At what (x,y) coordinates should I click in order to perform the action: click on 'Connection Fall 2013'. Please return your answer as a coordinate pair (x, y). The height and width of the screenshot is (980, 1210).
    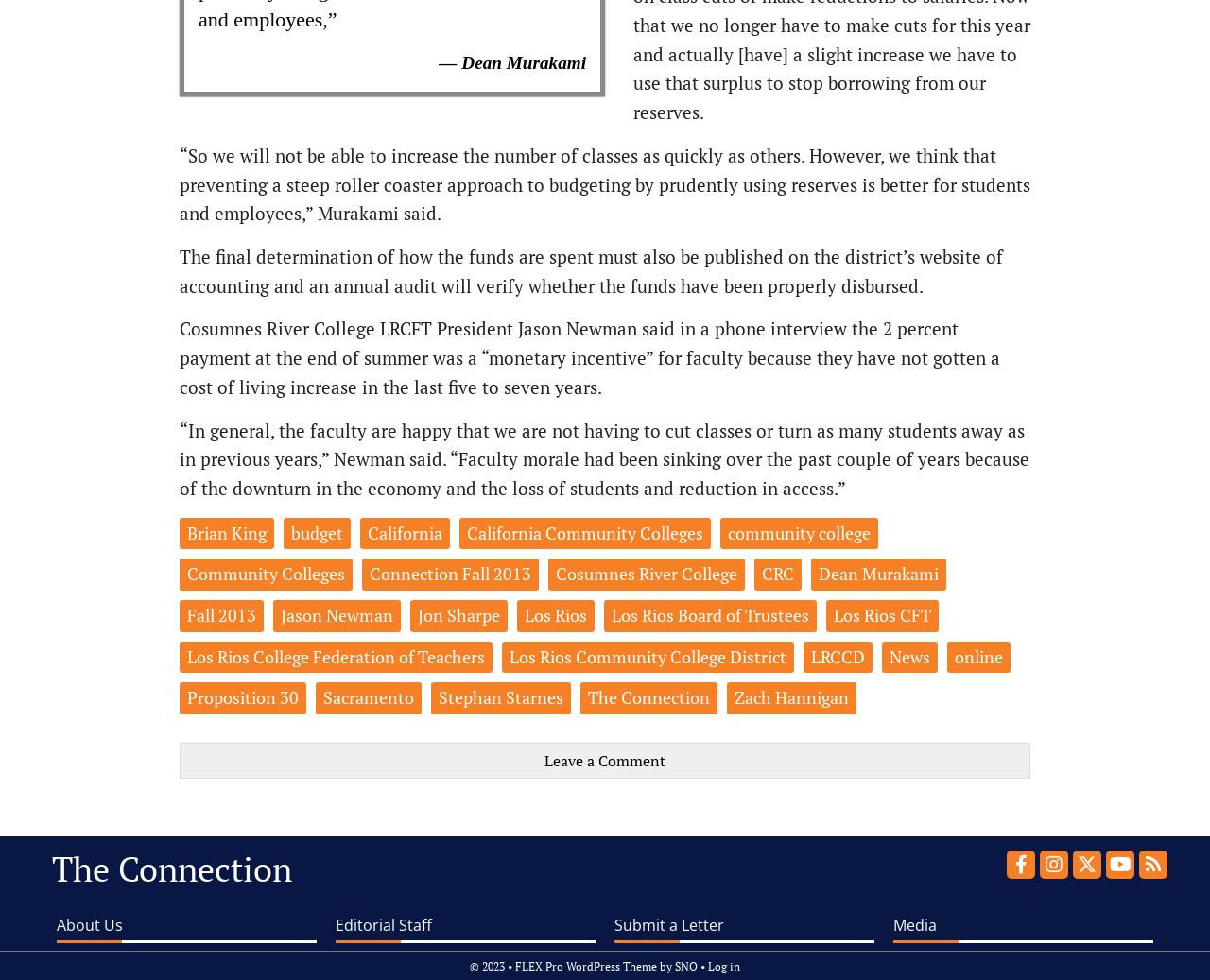
    Looking at the image, I should click on (449, 573).